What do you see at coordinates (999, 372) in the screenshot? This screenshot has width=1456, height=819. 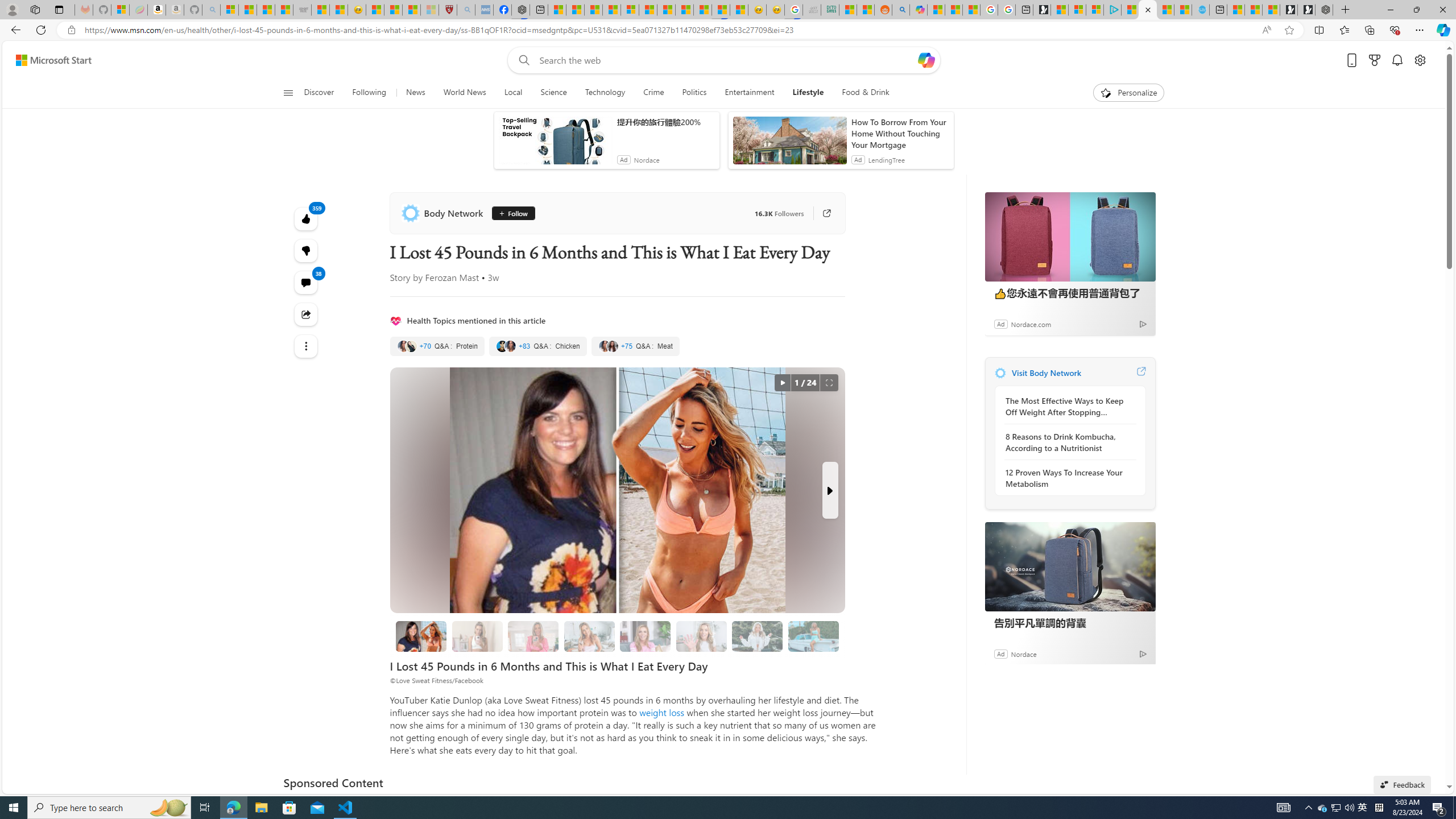 I see `'Body Network'` at bounding box center [999, 372].